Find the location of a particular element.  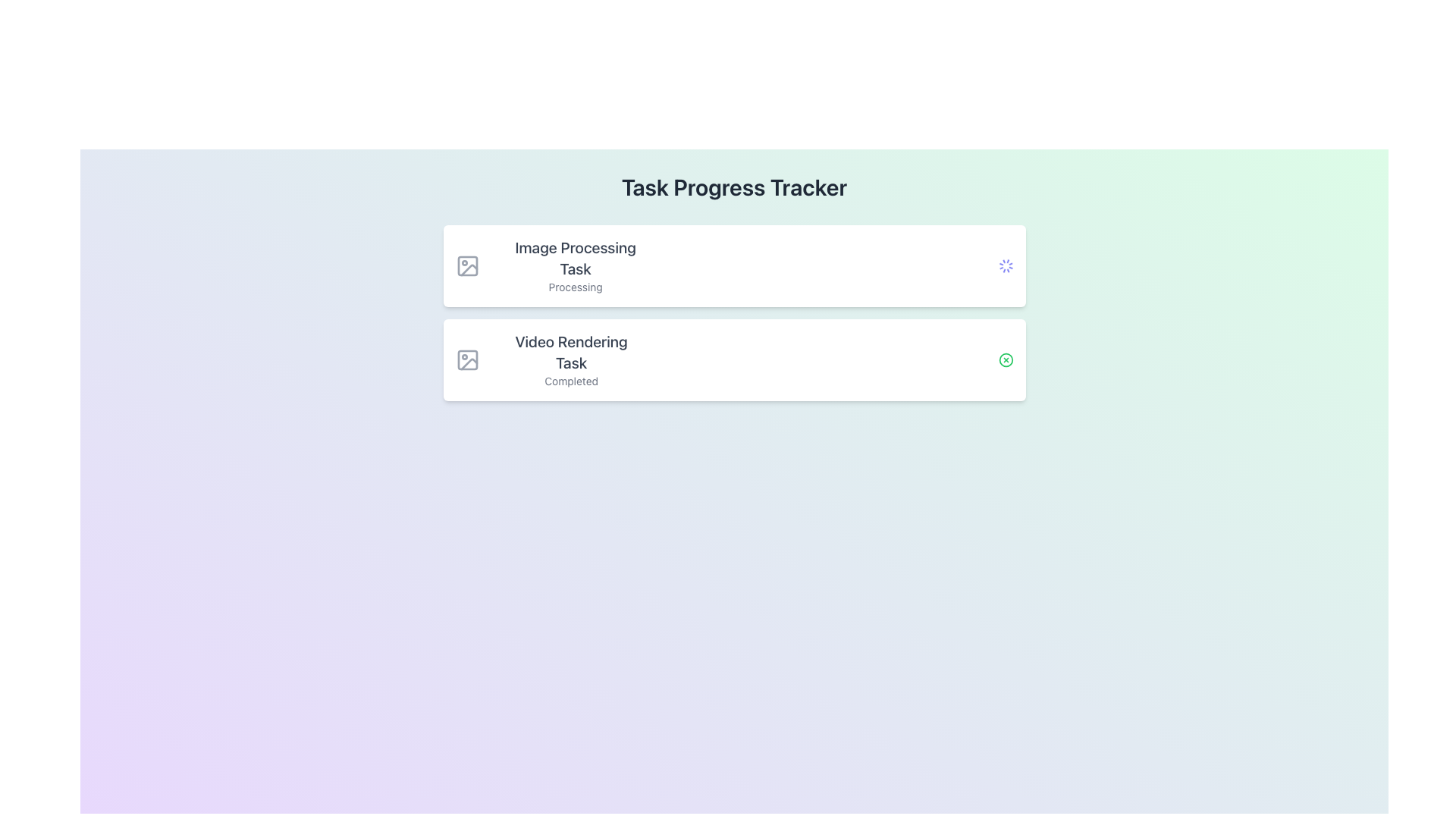

static text 'Image Processing Task' which is styled in bold and located at the top of the first task card in the task list is located at coordinates (575, 257).